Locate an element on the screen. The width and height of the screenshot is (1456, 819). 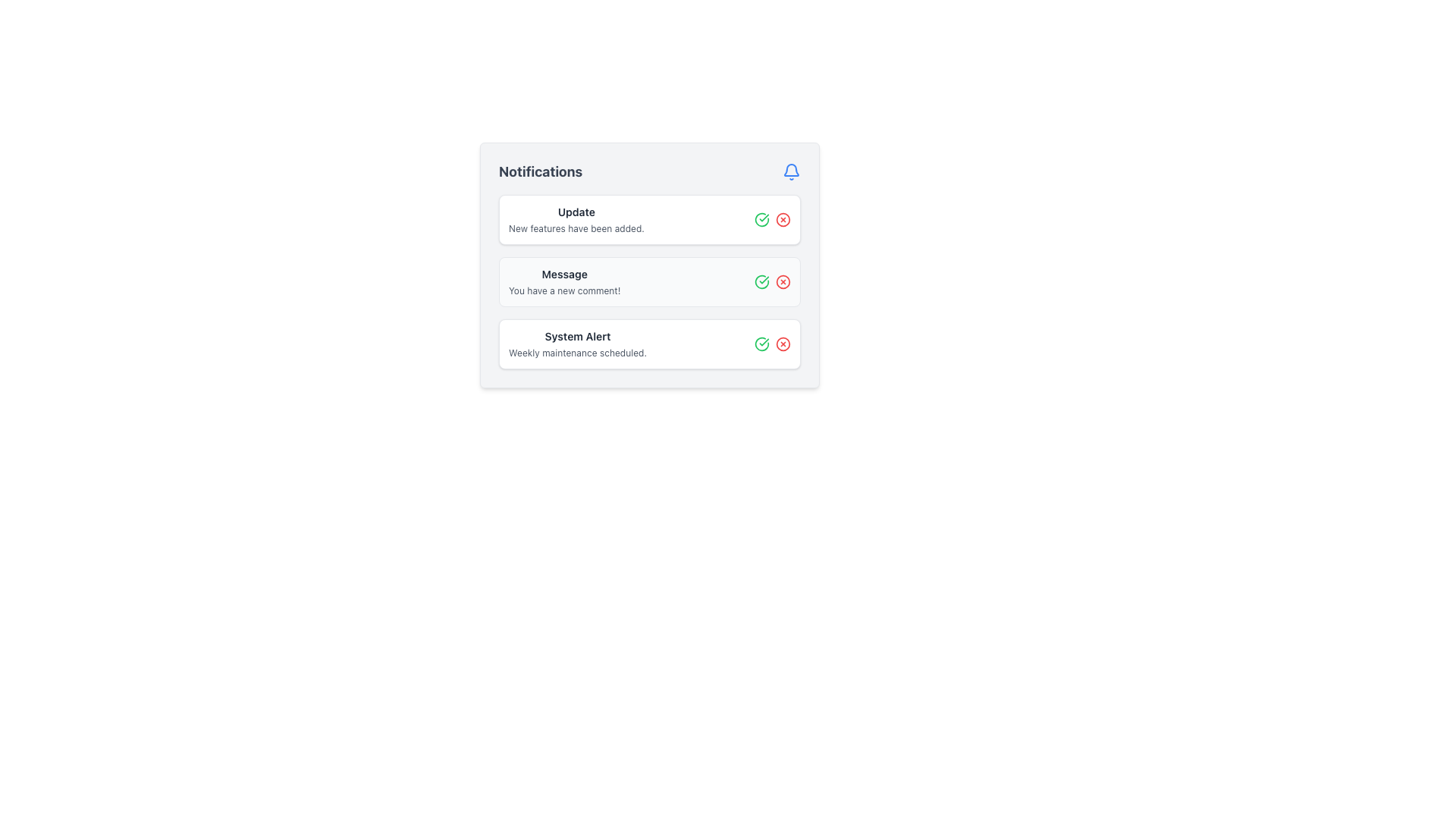
the non-interactive informational text label that provides details regarding the 'Update' notification, located directly below the 'Update' text in the notification card is located at coordinates (576, 228).